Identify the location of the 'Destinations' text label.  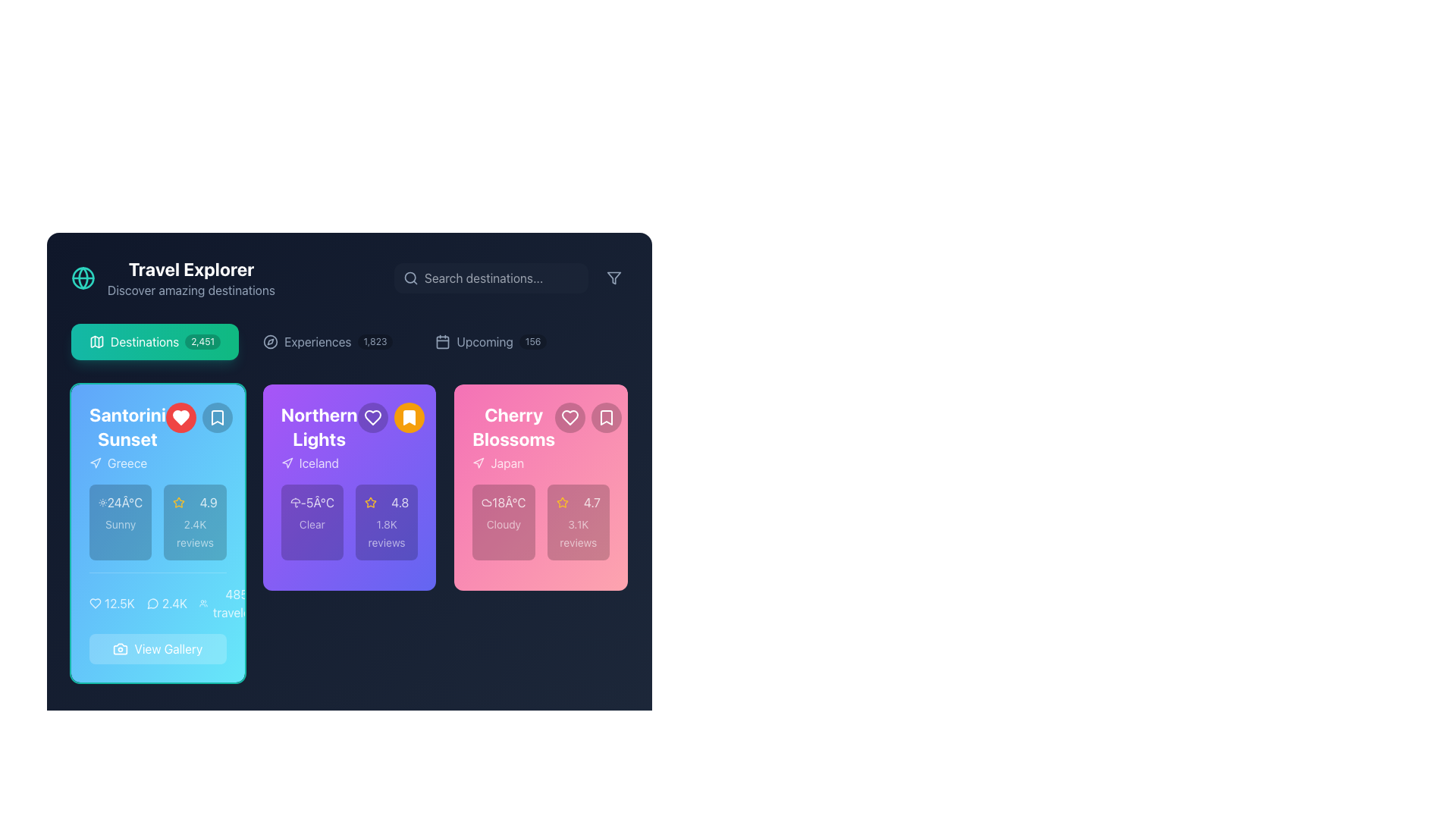
(145, 342).